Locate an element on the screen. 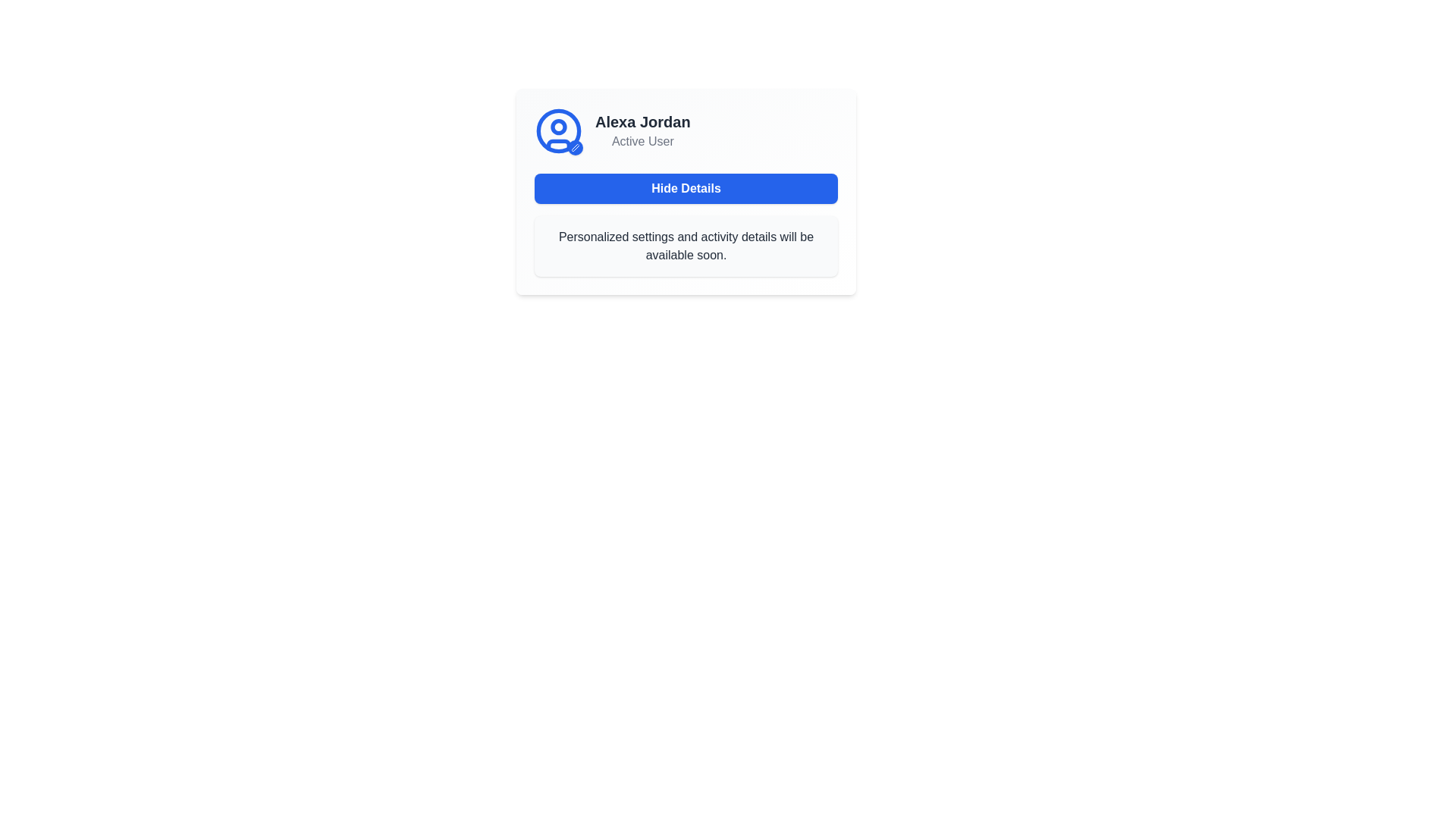 This screenshot has width=1456, height=819. the 'Hide Details' button located within the Profile Summary Card that displays key user details and allows for additional interaction is located at coordinates (686, 191).